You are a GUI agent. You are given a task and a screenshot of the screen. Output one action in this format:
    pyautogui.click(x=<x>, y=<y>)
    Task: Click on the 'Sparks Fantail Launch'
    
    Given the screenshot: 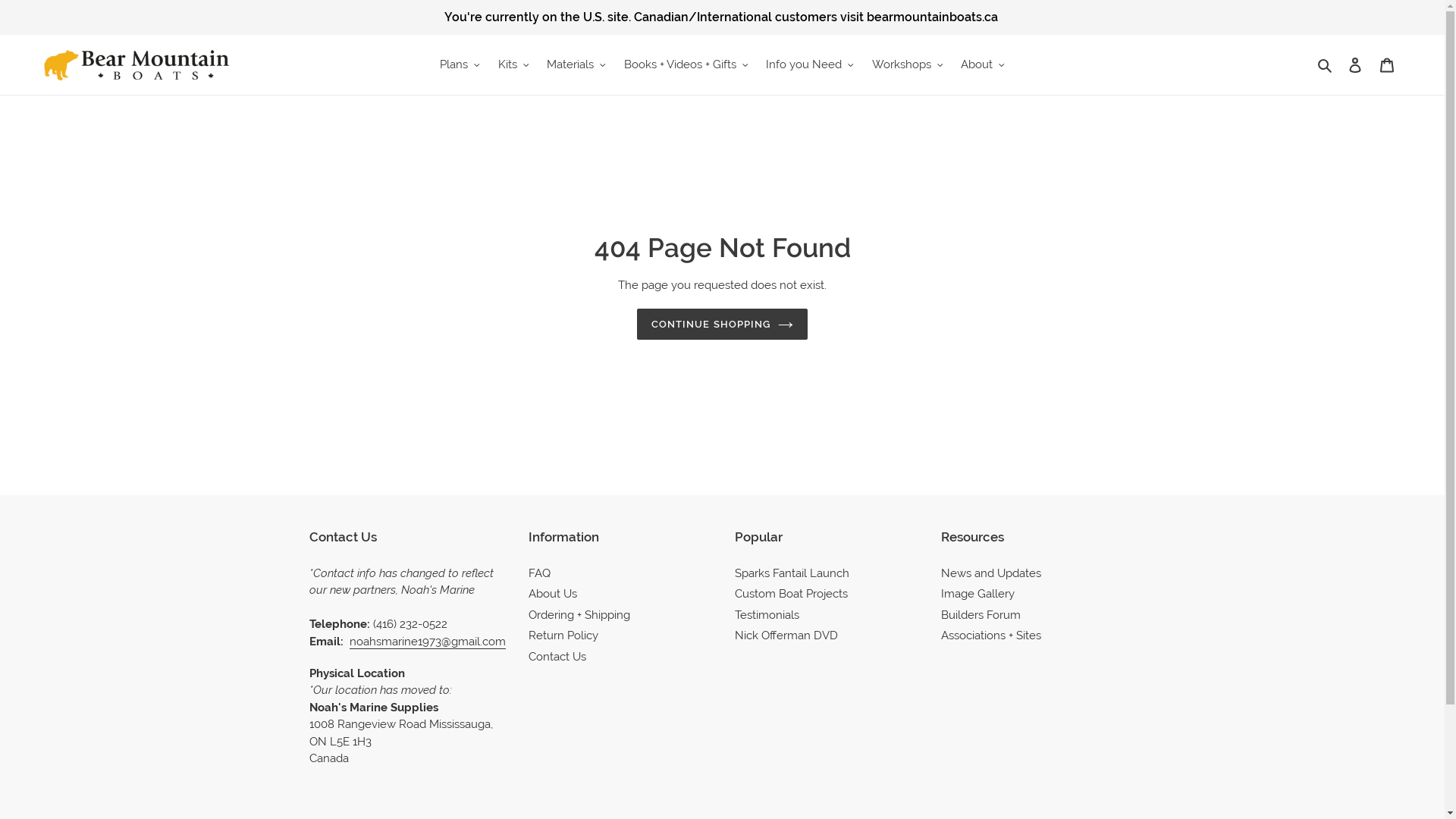 What is the action you would take?
    pyautogui.click(x=791, y=573)
    